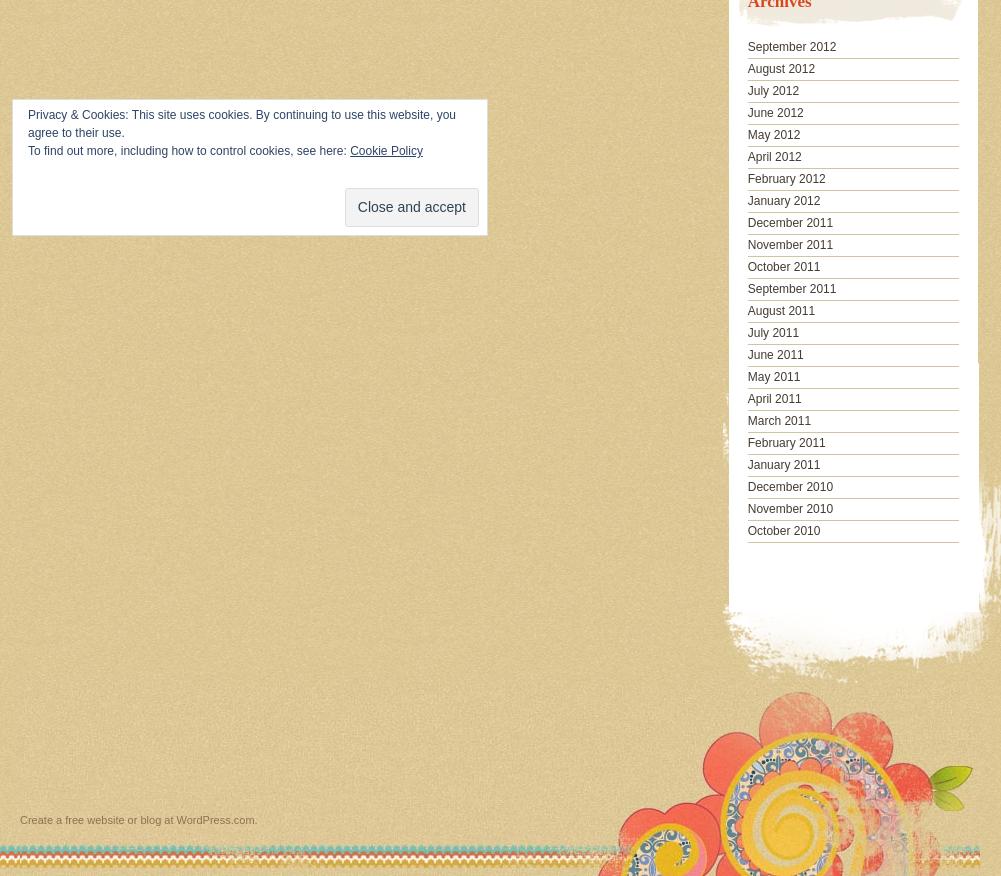 This screenshot has height=876, width=1001. Describe the element at coordinates (384, 150) in the screenshot. I see `'Cookie Policy'` at that location.